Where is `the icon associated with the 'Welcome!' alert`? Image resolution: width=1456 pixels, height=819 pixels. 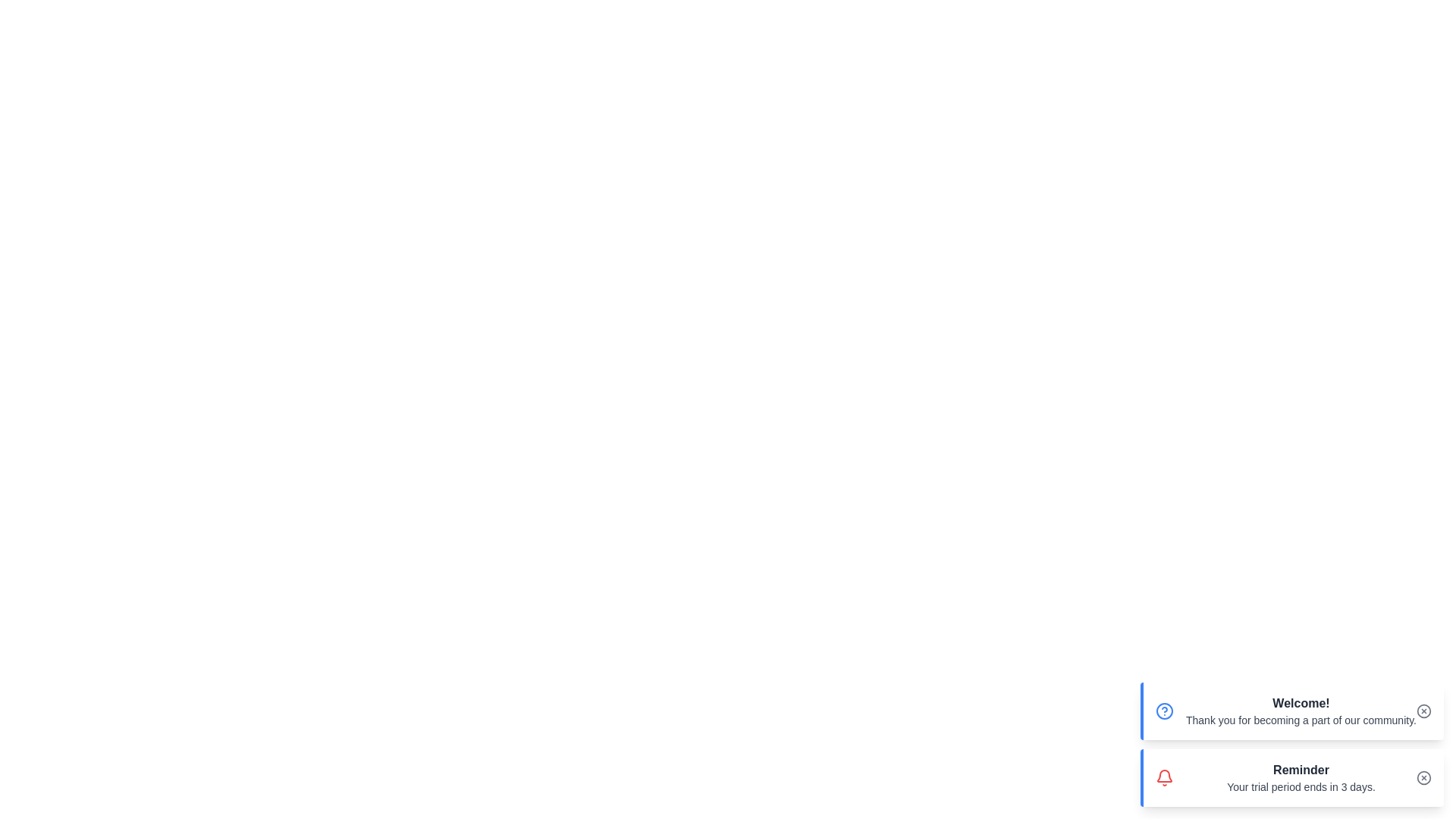
the icon associated with the 'Welcome!' alert is located at coordinates (1164, 711).